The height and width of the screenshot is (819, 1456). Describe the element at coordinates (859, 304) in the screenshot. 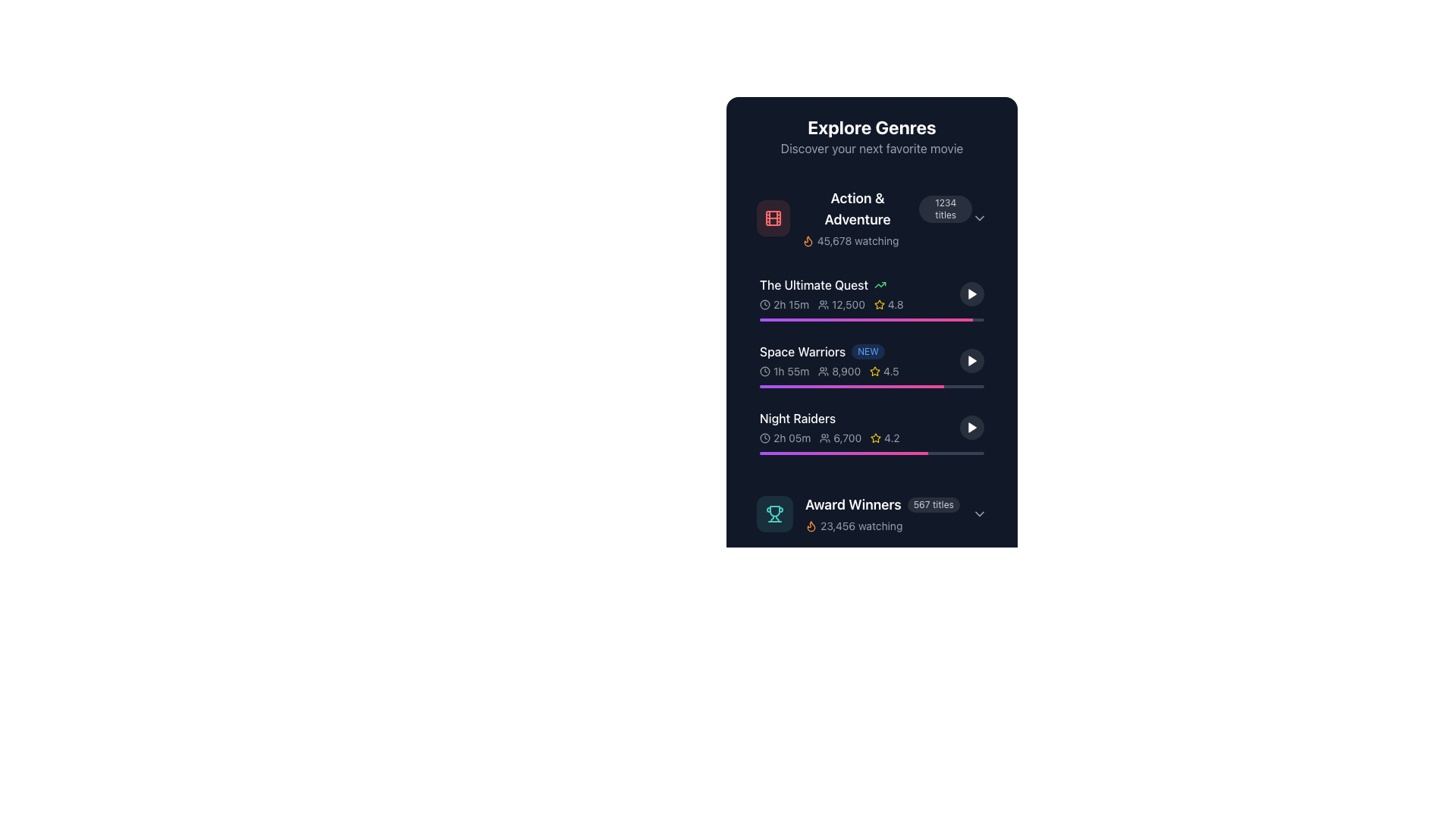

I see `metadata information list located directly beneath the title text 'The Ultimate Quest' in the 'Action & Adventure' category section for quick reference` at that location.